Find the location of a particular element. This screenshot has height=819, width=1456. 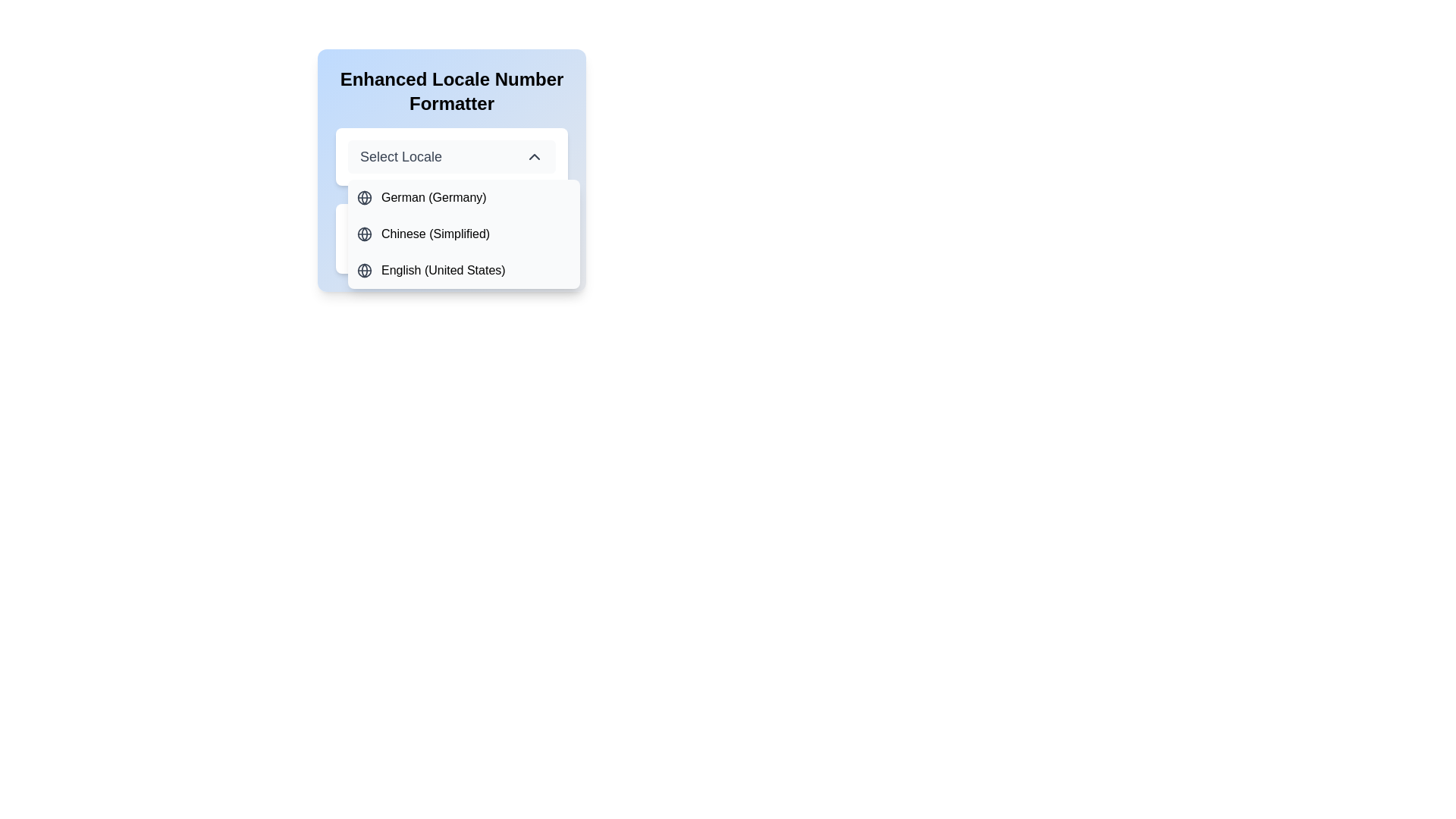

the globe icon with a circular outline and latitude/longitude lines, located in the 'English (United States)' dropdown menu option is located at coordinates (364, 270).